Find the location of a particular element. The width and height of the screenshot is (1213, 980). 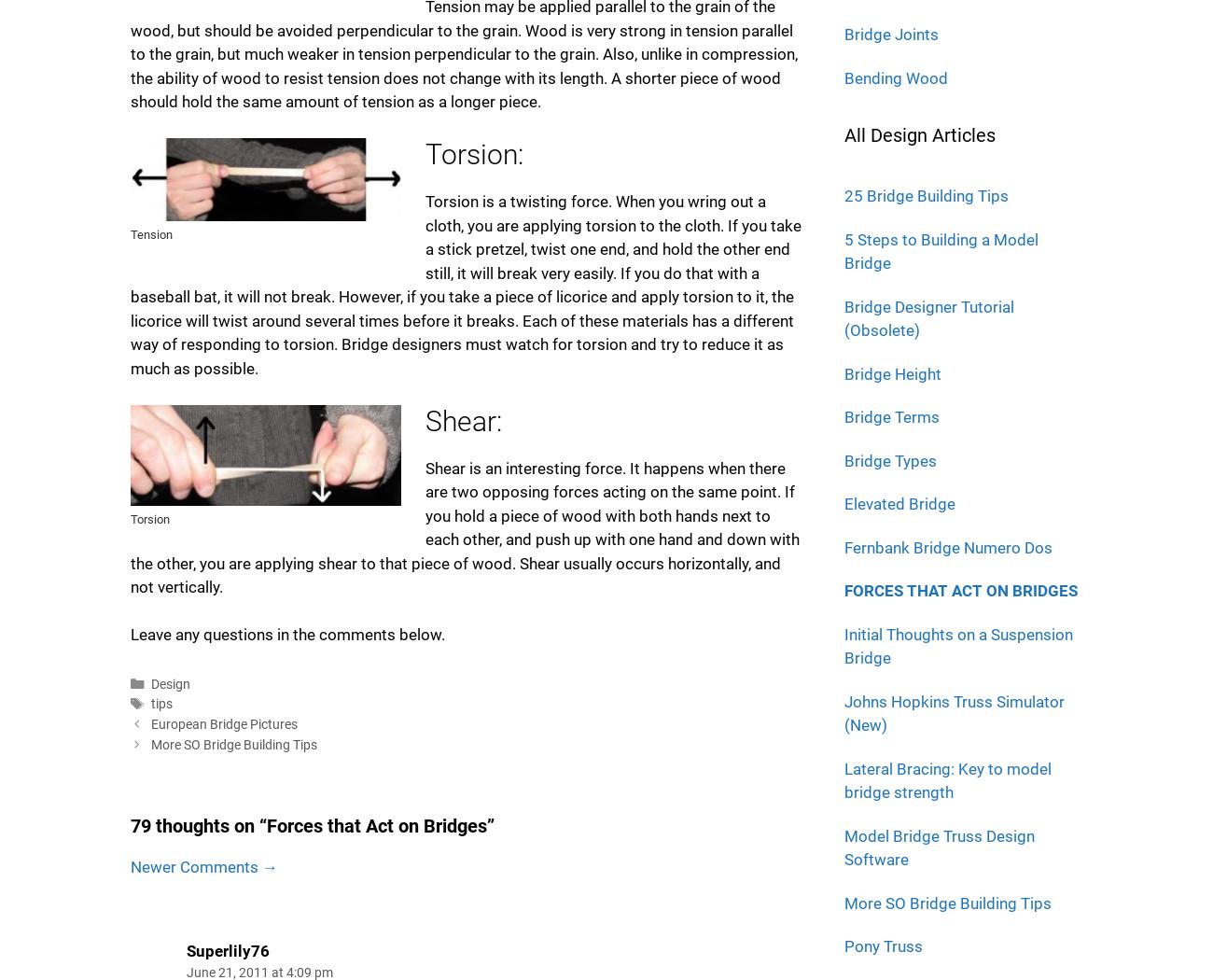

'Shear is an interesting force. It happens when there are two opposing forces acting on the same point. If you hold a piece of wood with both hands next to each other, and push up with one hand and down with the other, you are applying shear to that piece of wood. Shear usually occurs horizontally, and not vertically.' is located at coordinates (465, 526).